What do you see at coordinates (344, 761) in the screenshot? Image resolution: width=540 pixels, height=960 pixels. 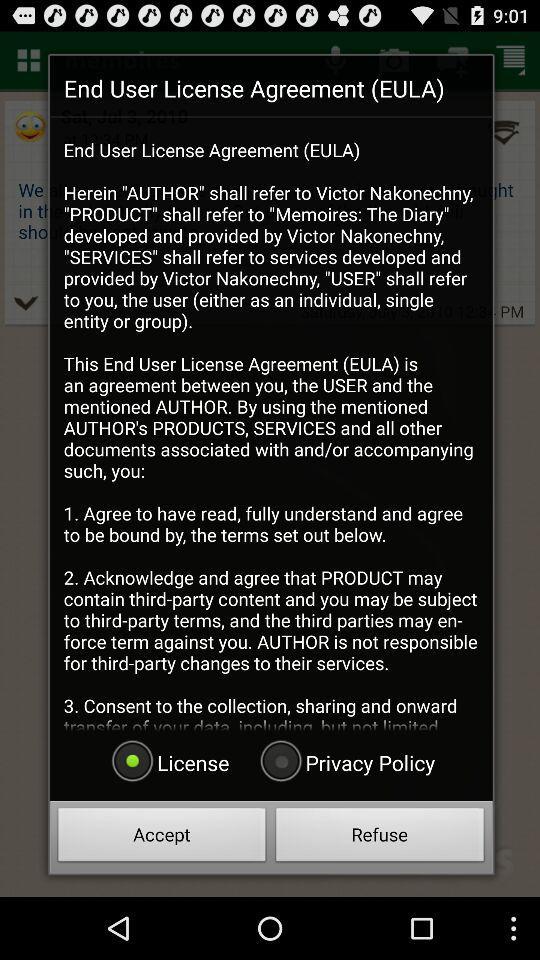 I see `radio button to the right of the license item` at bounding box center [344, 761].